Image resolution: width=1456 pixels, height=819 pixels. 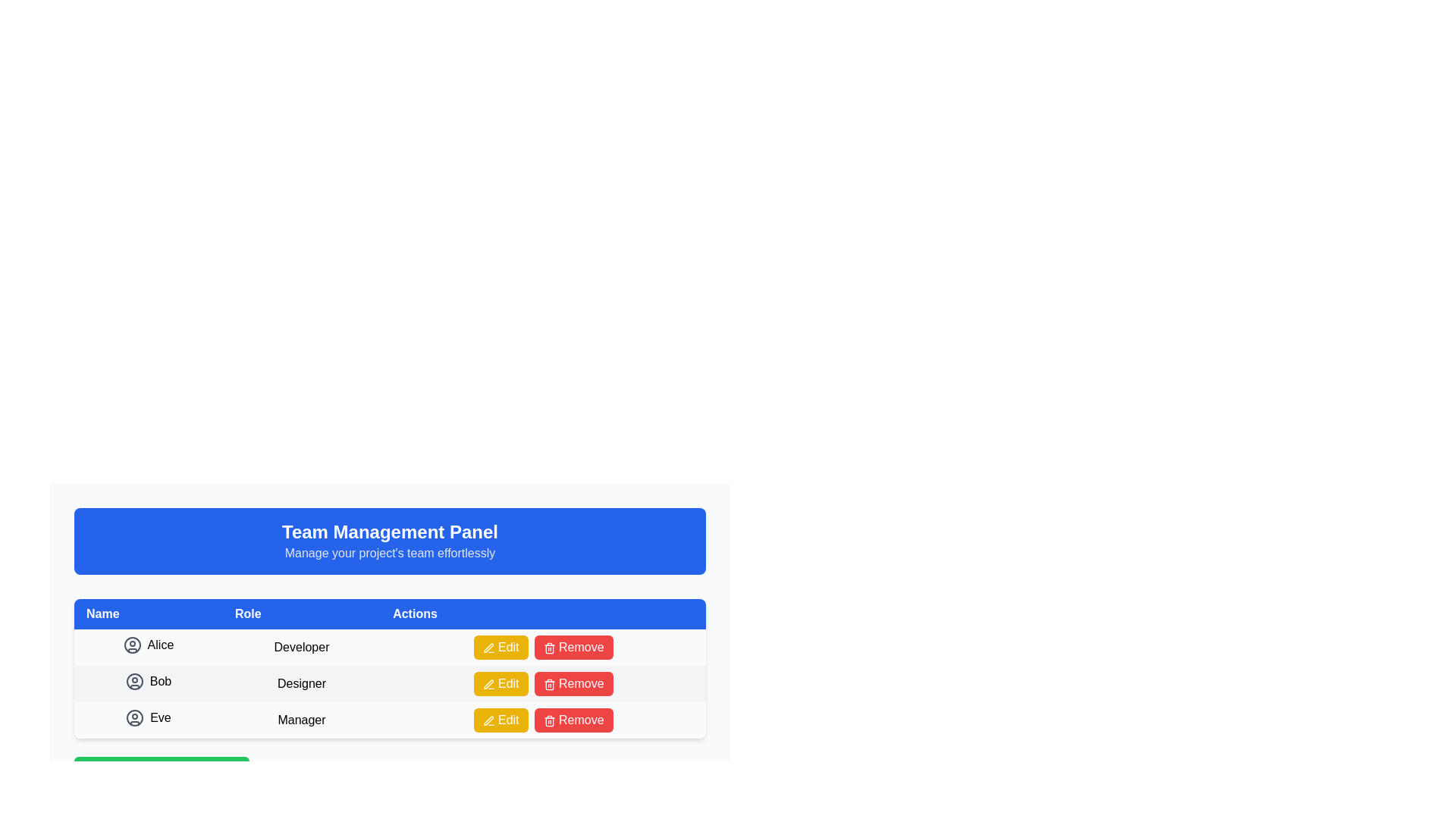 What do you see at coordinates (149, 647) in the screenshot?
I see `the label representing the user 'Alice' in the first row of the data table under the 'Name' column` at bounding box center [149, 647].